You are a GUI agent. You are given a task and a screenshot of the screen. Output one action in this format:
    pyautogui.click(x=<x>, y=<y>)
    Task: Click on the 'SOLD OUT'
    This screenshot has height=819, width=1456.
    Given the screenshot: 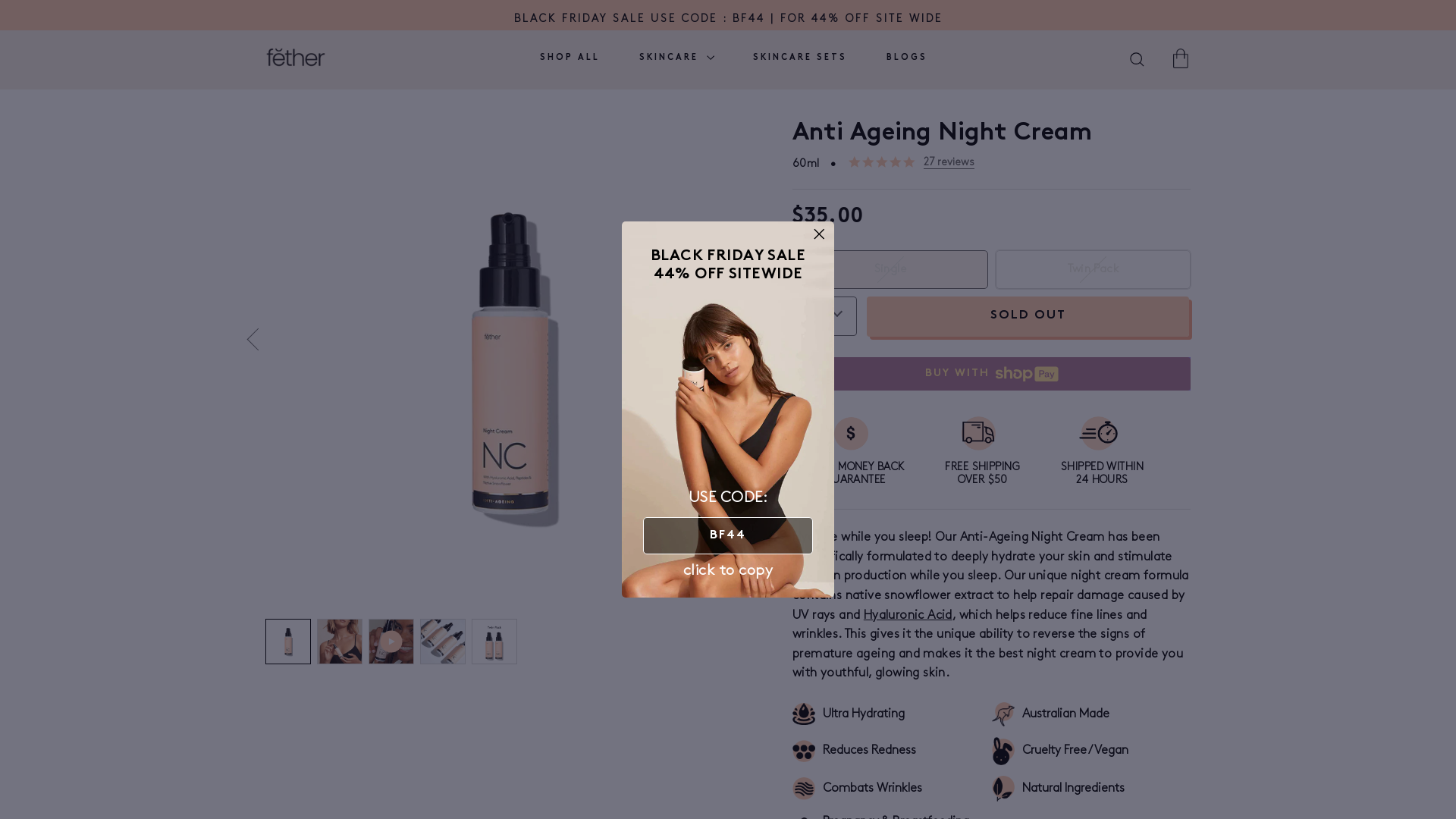 What is the action you would take?
    pyautogui.click(x=1028, y=315)
    